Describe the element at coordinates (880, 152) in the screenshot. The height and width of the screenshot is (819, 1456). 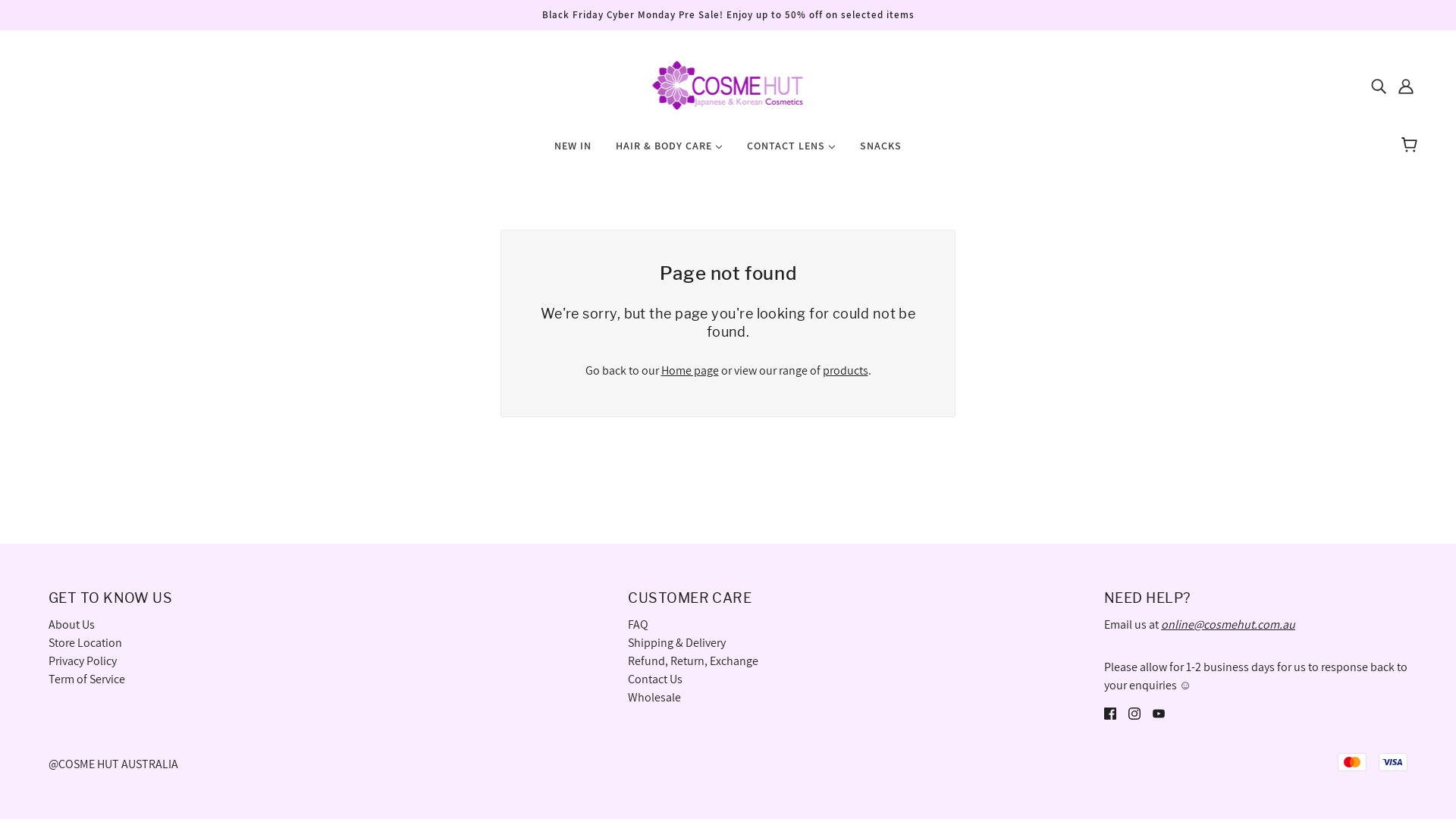
I see `'SNACKS'` at that location.